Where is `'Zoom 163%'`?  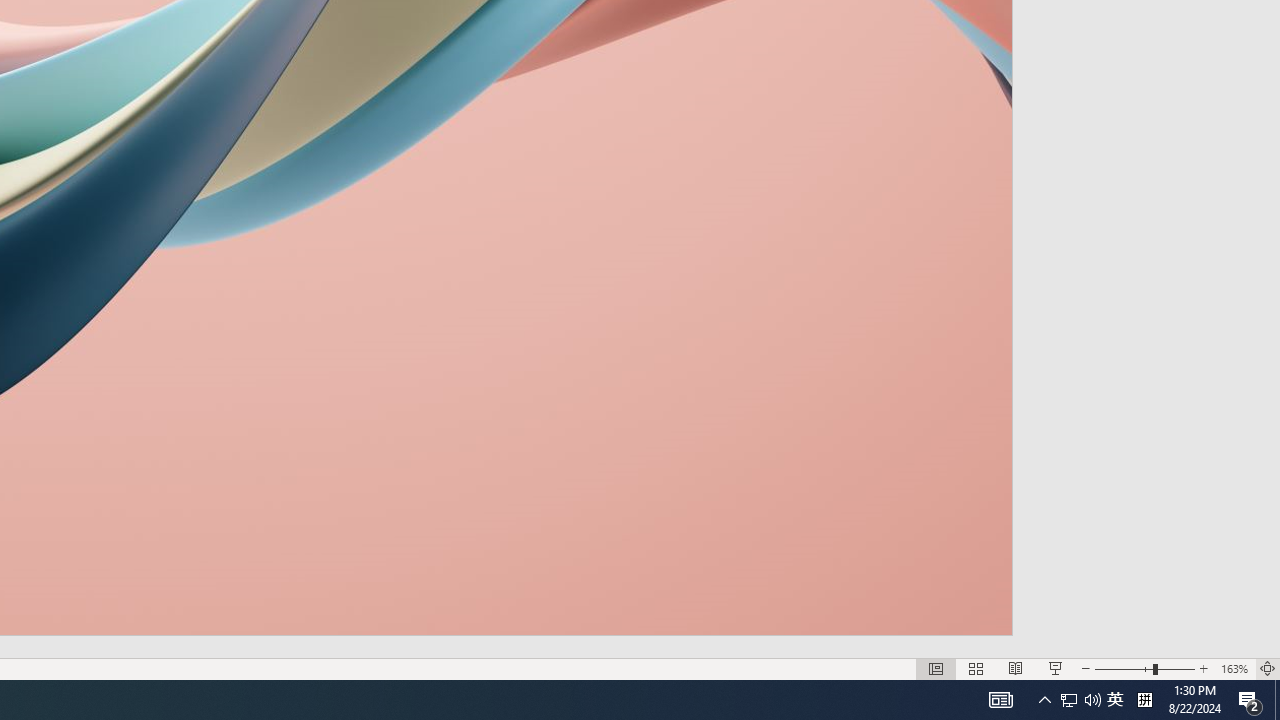 'Zoom 163%' is located at coordinates (1233, 669).